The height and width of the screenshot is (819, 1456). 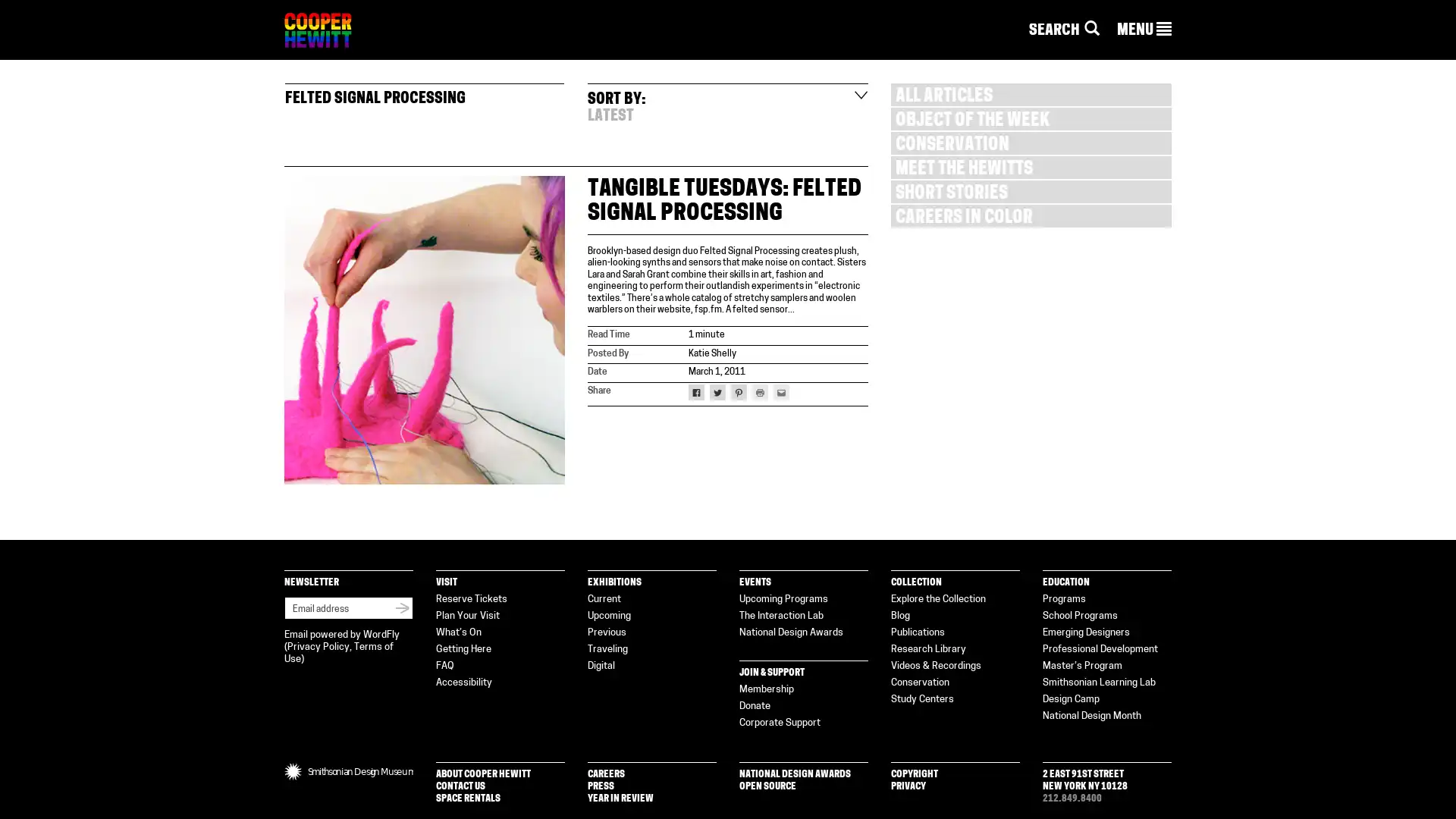 What do you see at coordinates (610, 116) in the screenshot?
I see `LATEST` at bounding box center [610, 116].